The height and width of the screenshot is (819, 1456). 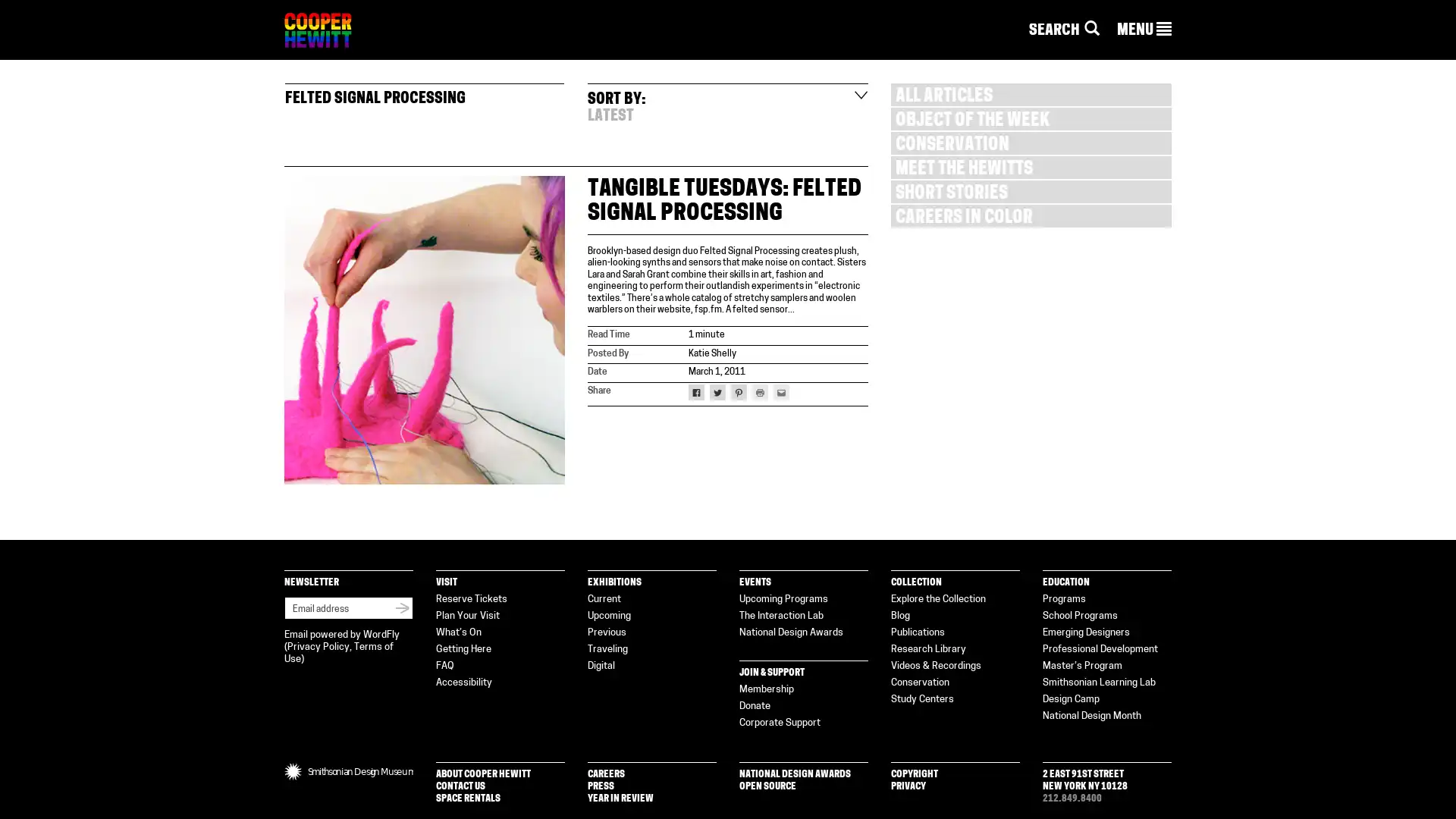 What do you see at coordinates (610, 116) in the screenshot?
I see `LATEST` at bounding box center [610, 116].